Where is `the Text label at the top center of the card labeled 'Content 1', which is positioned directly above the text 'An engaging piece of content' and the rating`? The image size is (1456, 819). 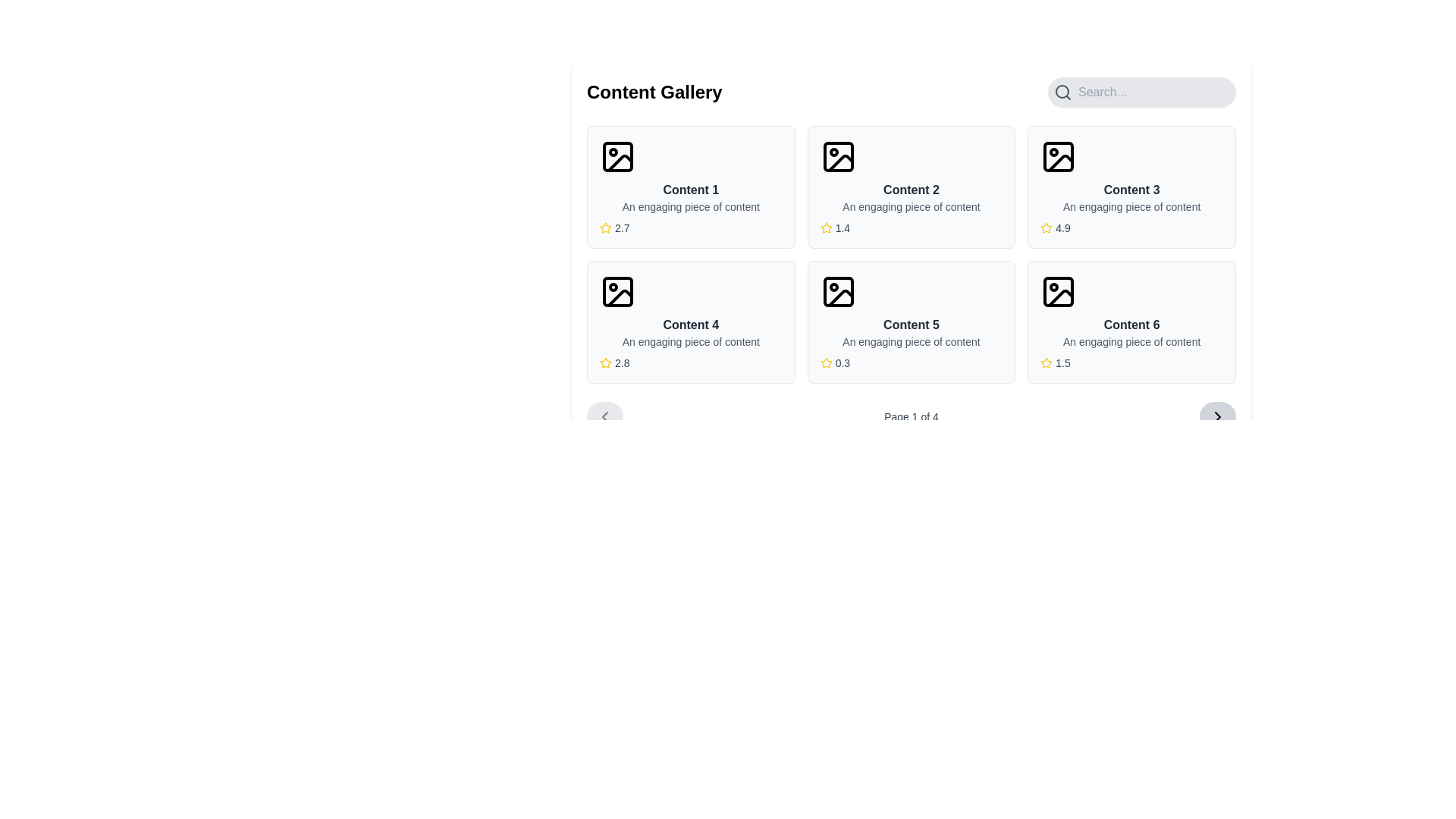
the Text label at the top center of the card labeled 'Content 1', which is positioned directly above the text 'An engaging piece of content' and the rating is located at coordinates (690, 189).